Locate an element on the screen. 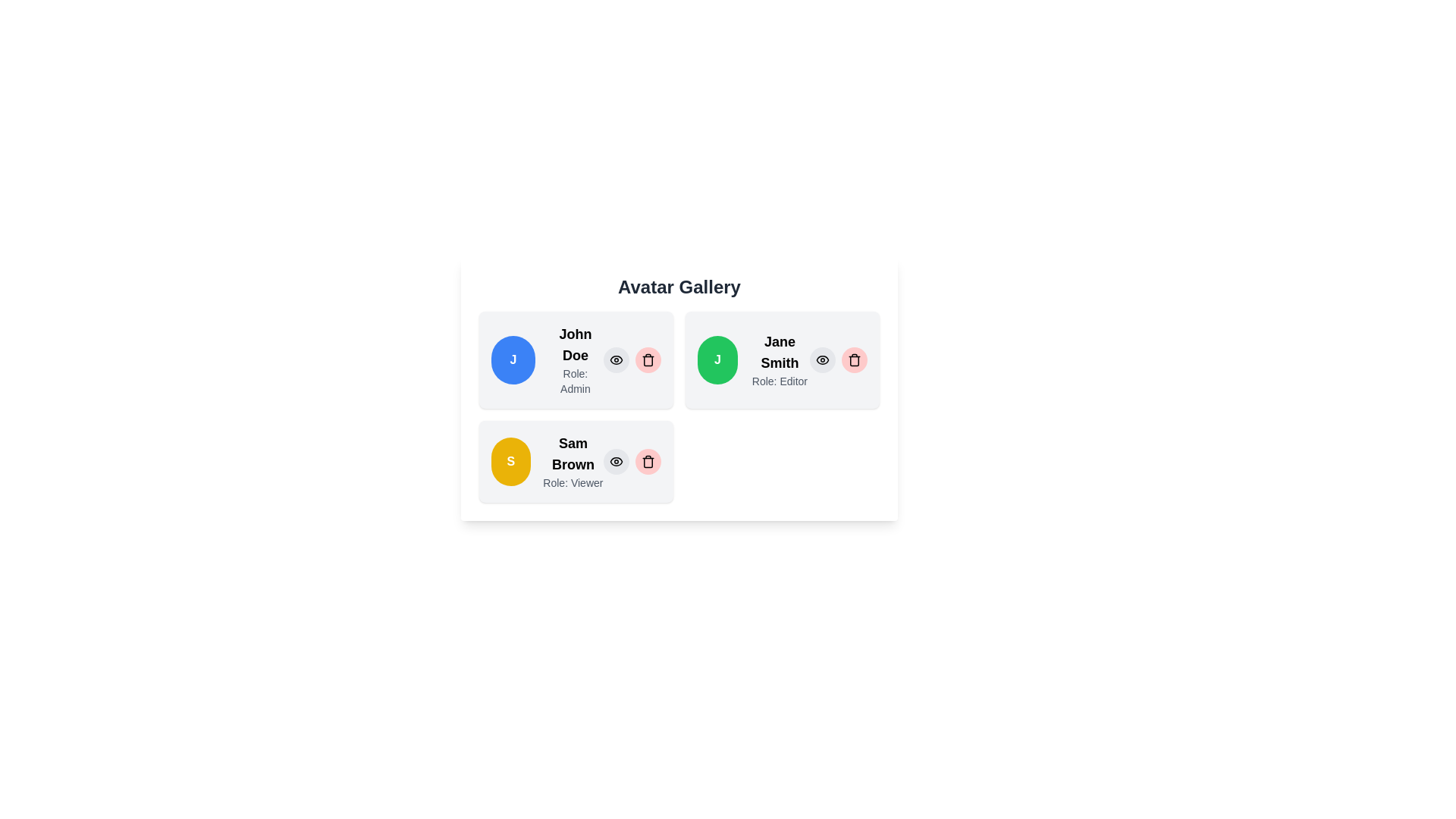 Image resolution: width=1456 pixels, height=819 pixels. the eye icon, which is a minimalist design with a thin outline is located at coordinates (821, 359).